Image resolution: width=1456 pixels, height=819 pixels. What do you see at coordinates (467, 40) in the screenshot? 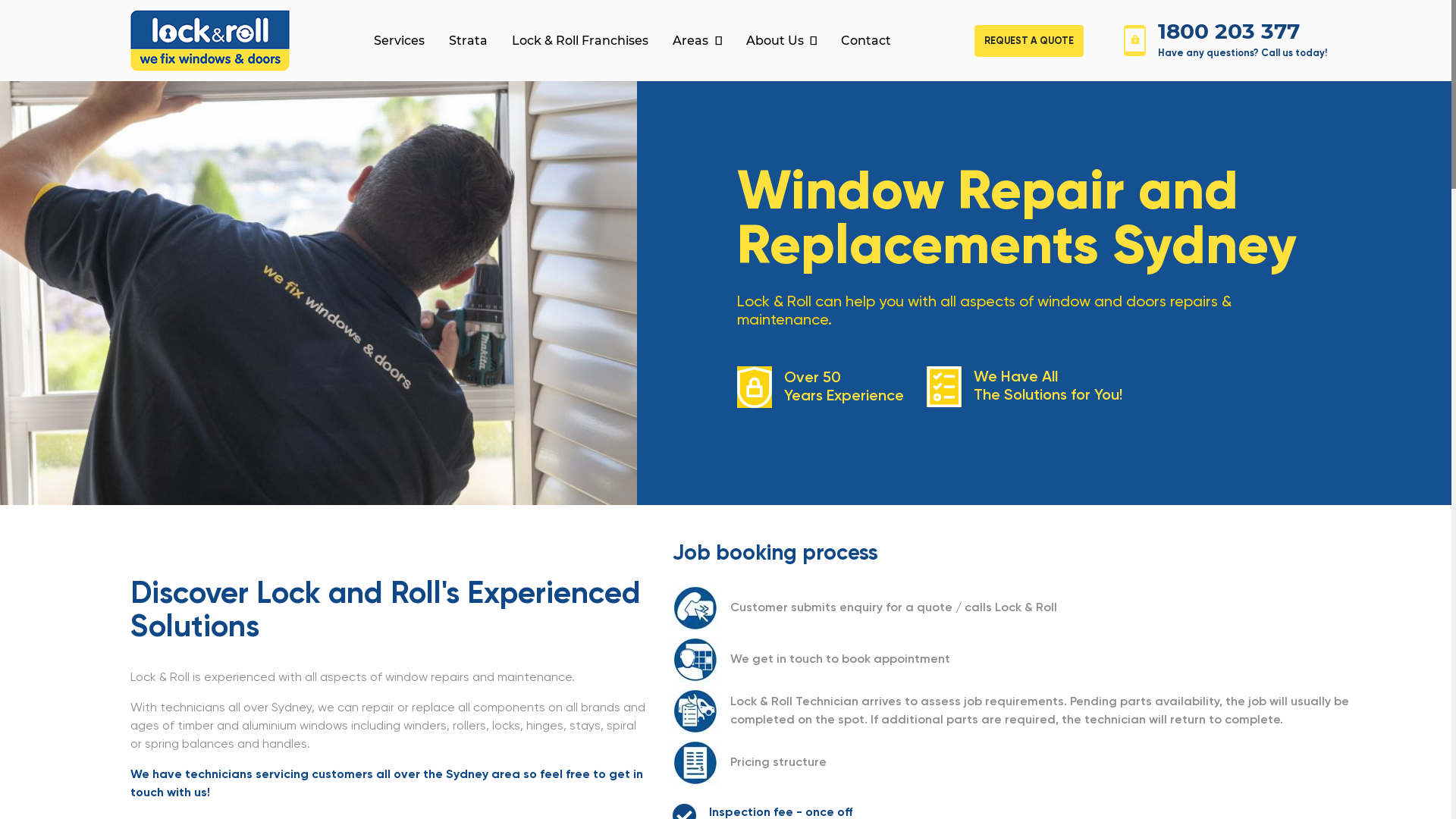
I see `'Strata'` at bounding box center [467, 40].